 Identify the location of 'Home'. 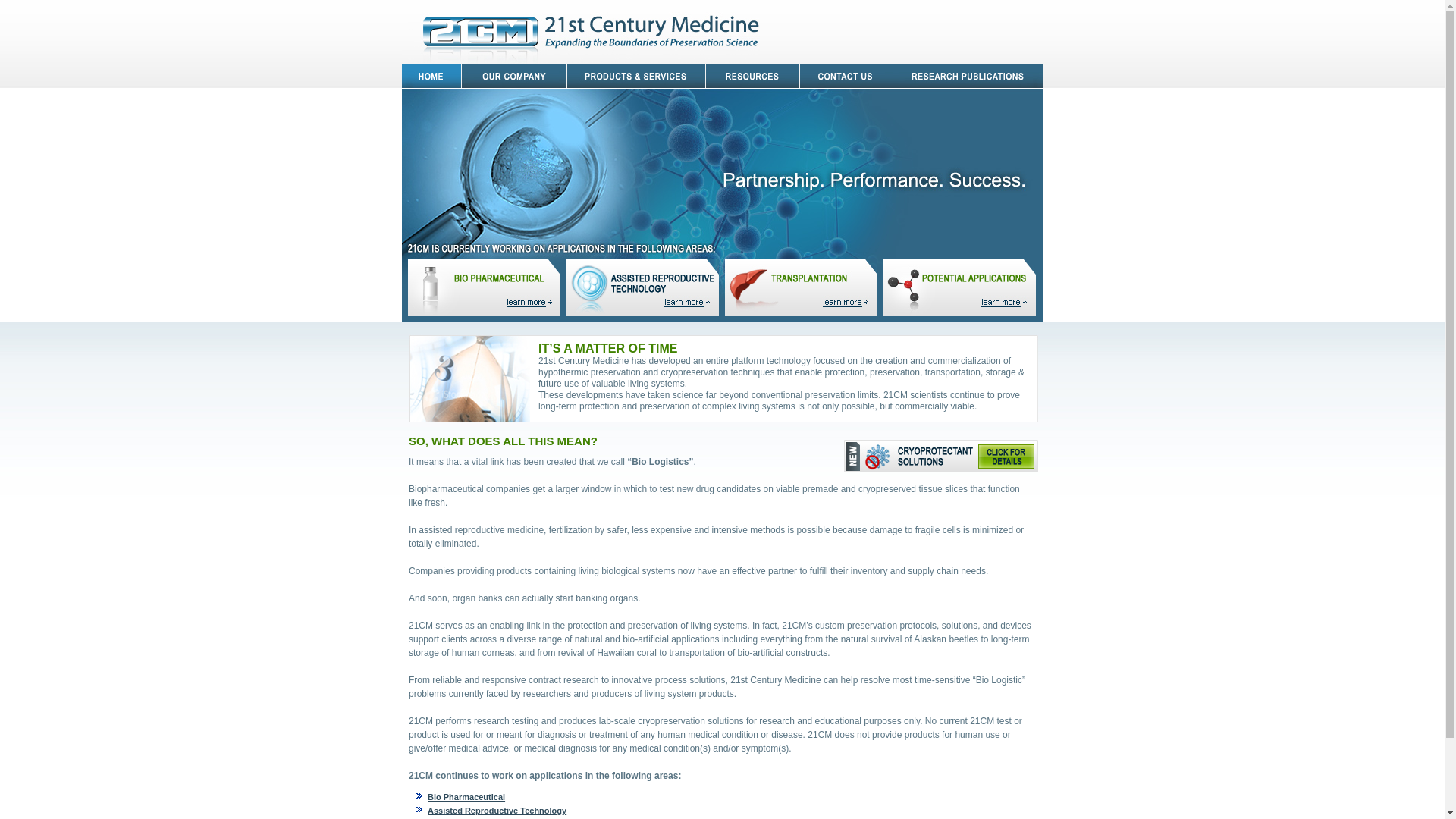
(431, 76).